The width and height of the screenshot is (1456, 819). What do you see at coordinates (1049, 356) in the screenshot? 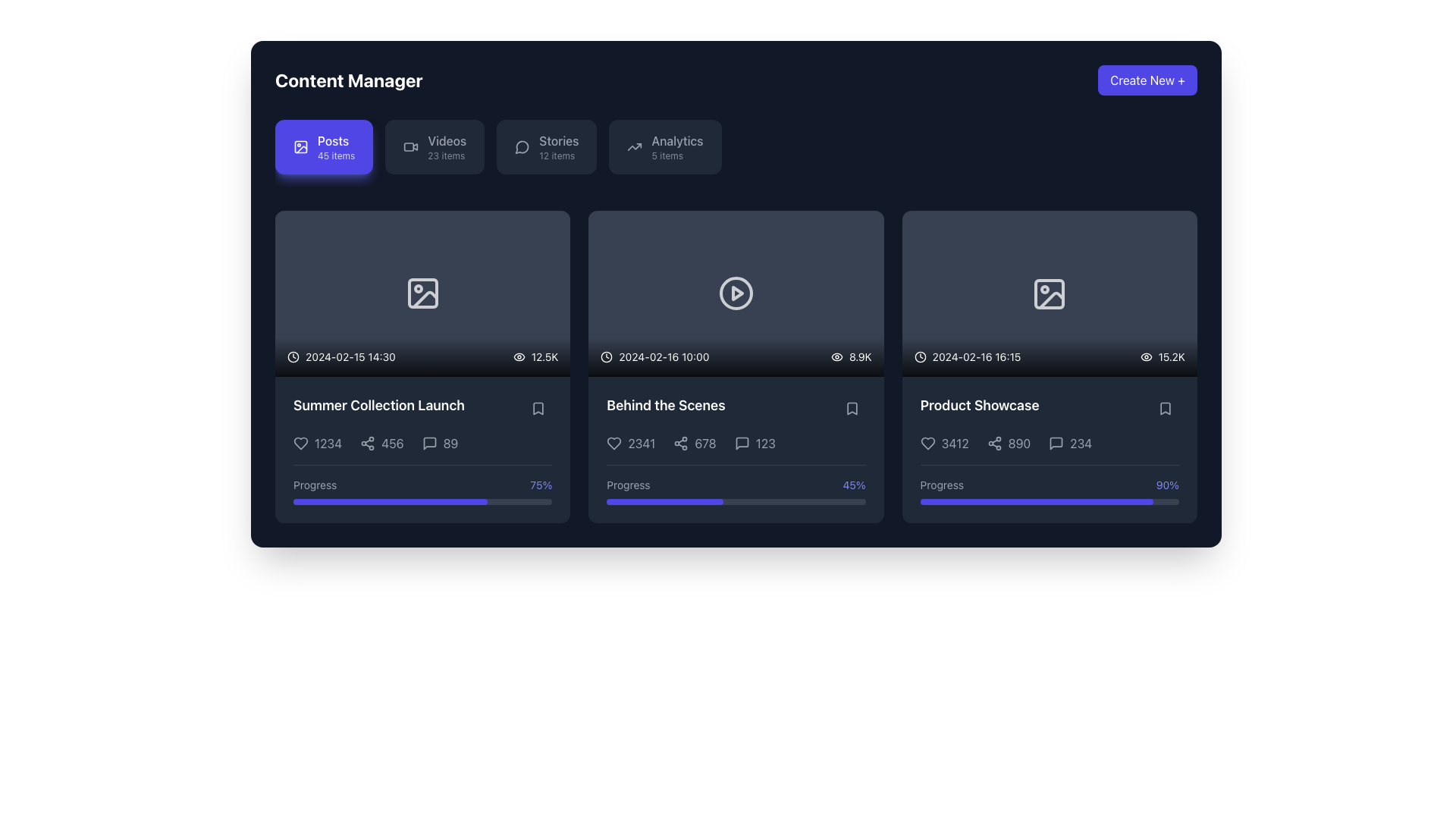
I see `the details displayed in the informational label showing the timestamp and view count in the bottom-right section of the third card in the grid` at bounding box center [1049, 356].